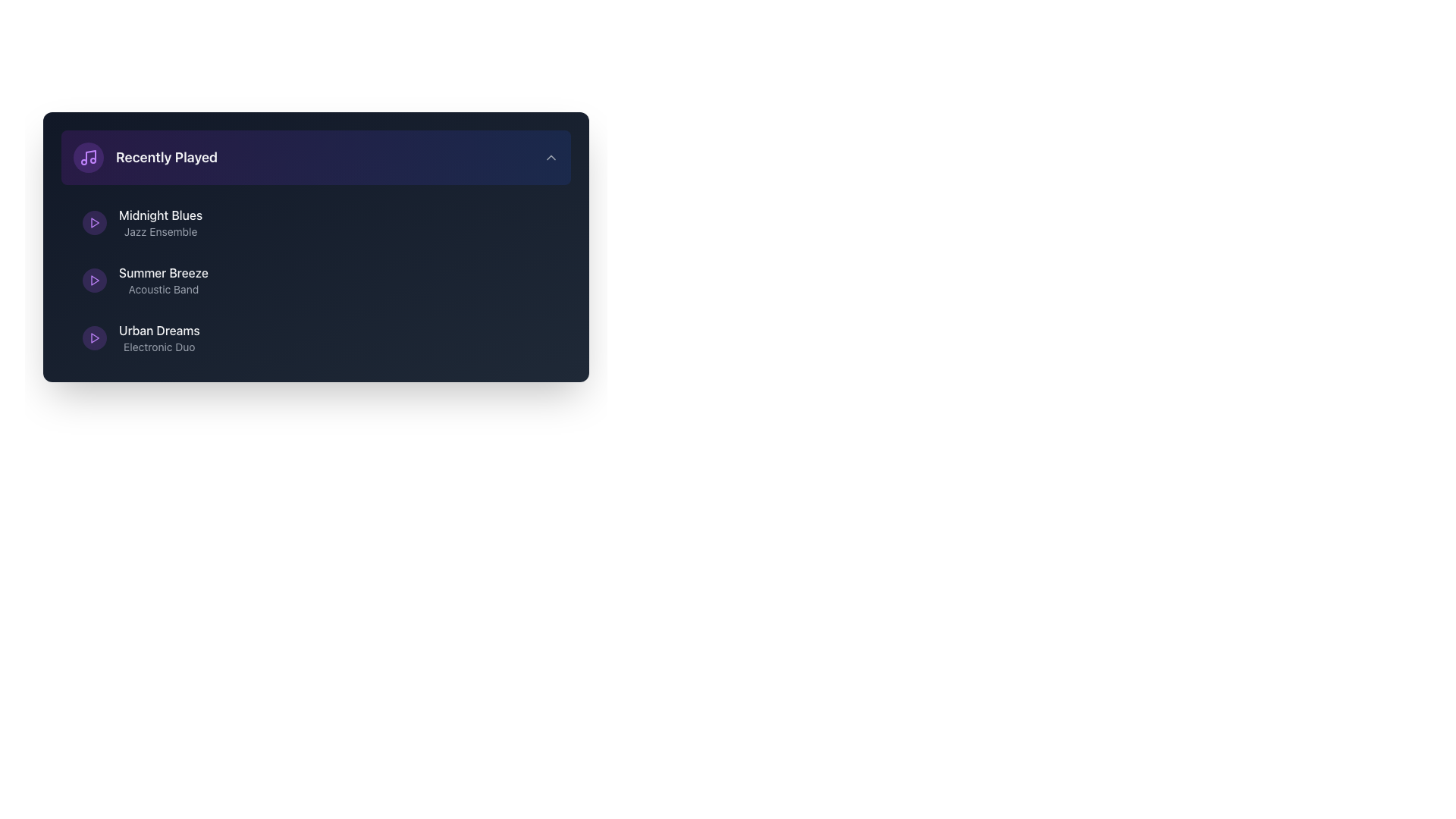 This screenshot has height=819, width=1456. Describe the element at coordinates (322, 281) in the screenshot. I see `on the 'Summer Breeze' track entry item, which is the second item in the vertically stacked music list` at that location.